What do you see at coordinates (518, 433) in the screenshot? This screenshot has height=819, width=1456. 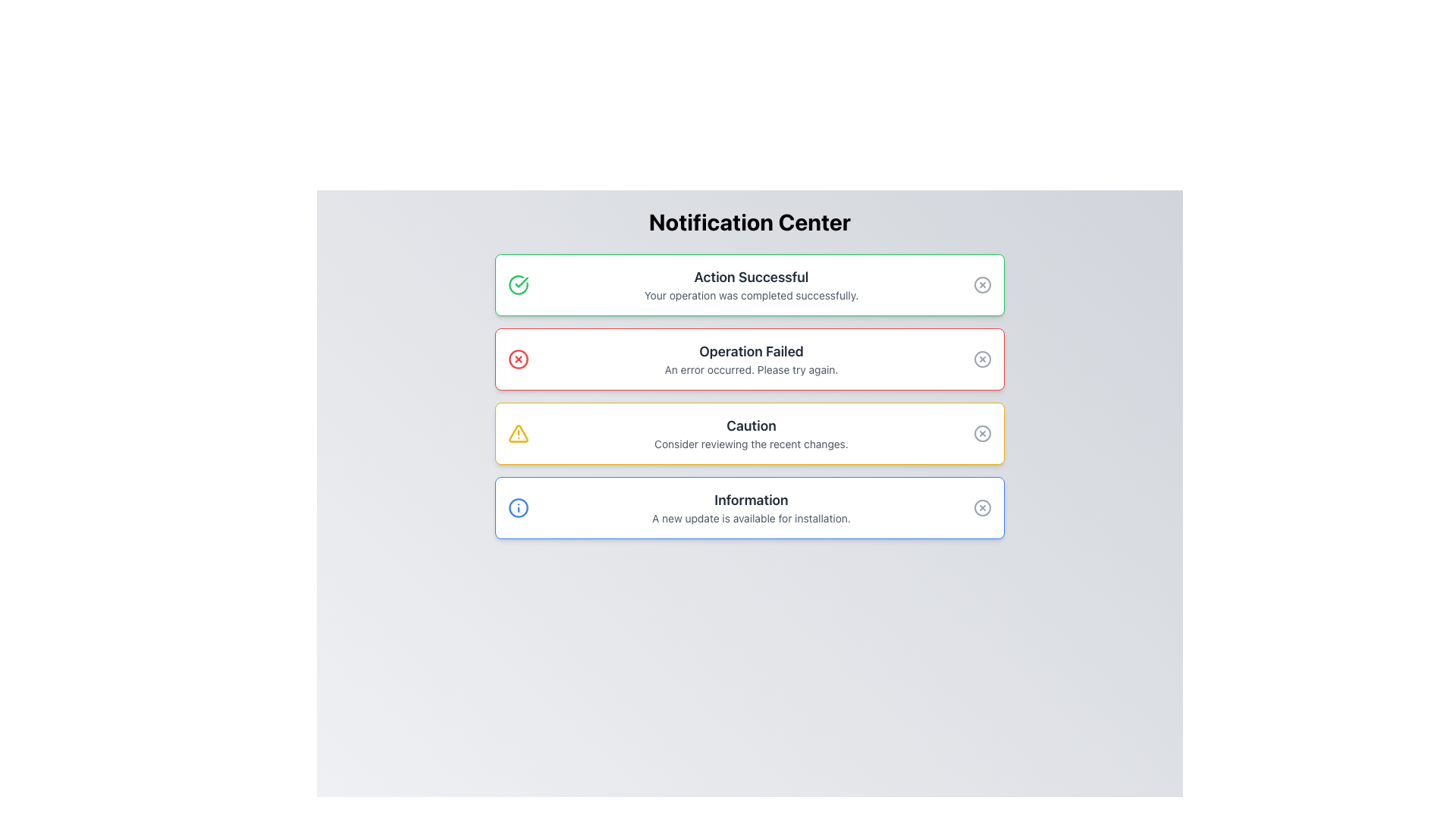 I see `the caution icon located in the third row of the notification list, aligned to the left of the caution text` at bounding box center [518, 433].